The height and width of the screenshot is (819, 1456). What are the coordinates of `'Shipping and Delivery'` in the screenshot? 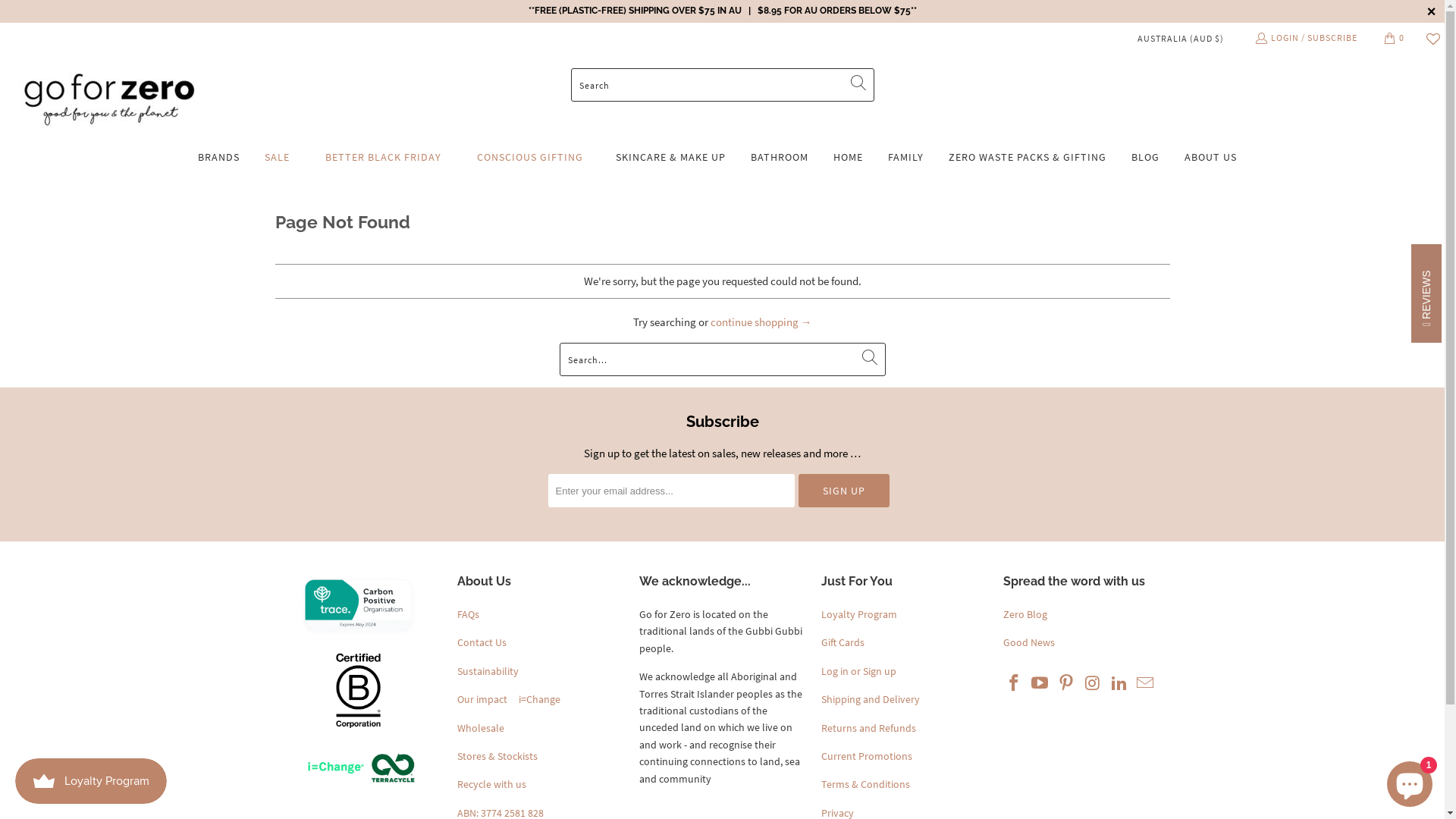 It's located at (870, 698).